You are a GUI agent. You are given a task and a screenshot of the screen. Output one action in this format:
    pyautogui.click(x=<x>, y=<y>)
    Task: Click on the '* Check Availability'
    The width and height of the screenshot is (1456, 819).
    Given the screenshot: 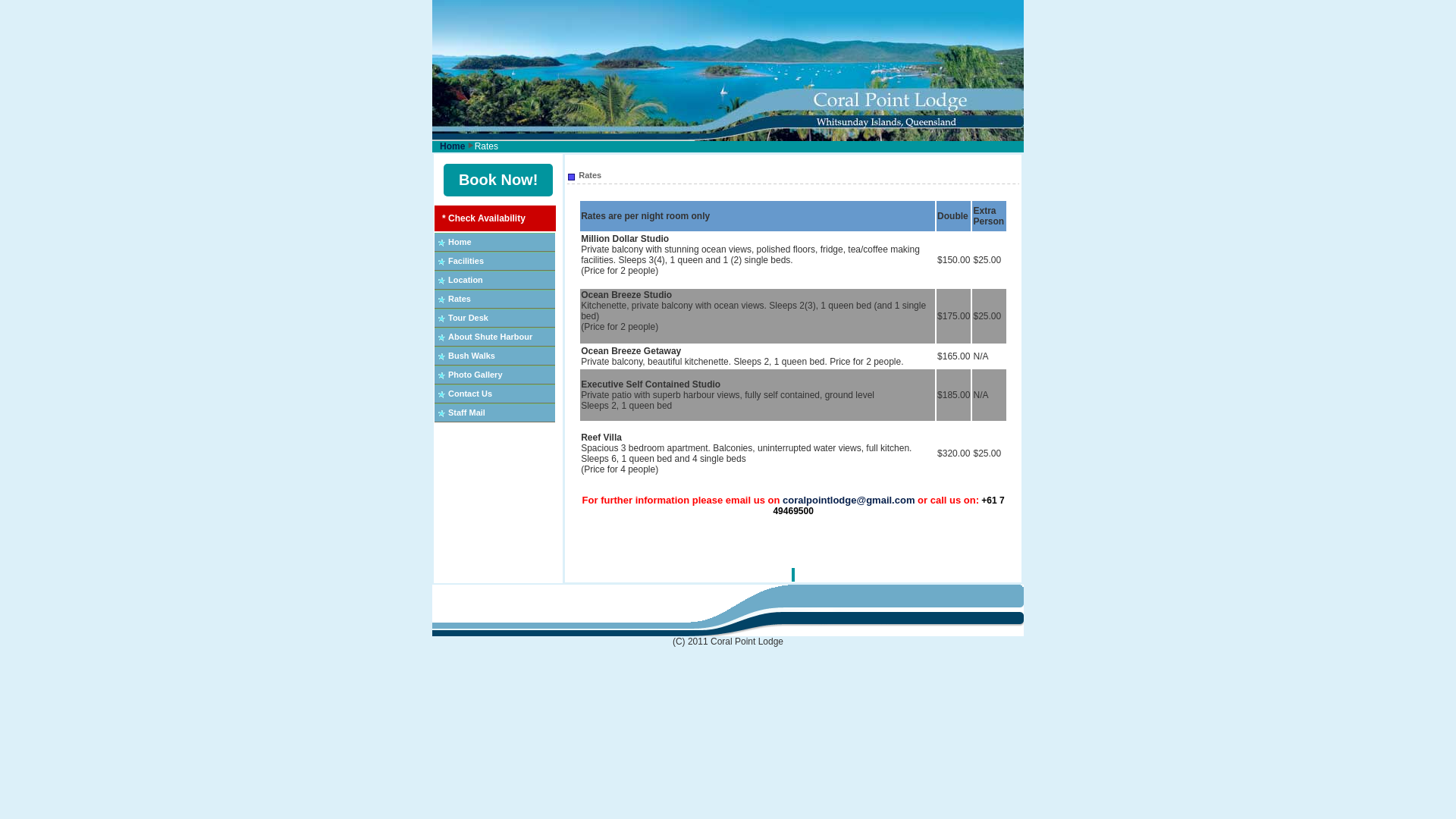 What is the action you would take?
    pyautogui.click(x=483, y=218)
    